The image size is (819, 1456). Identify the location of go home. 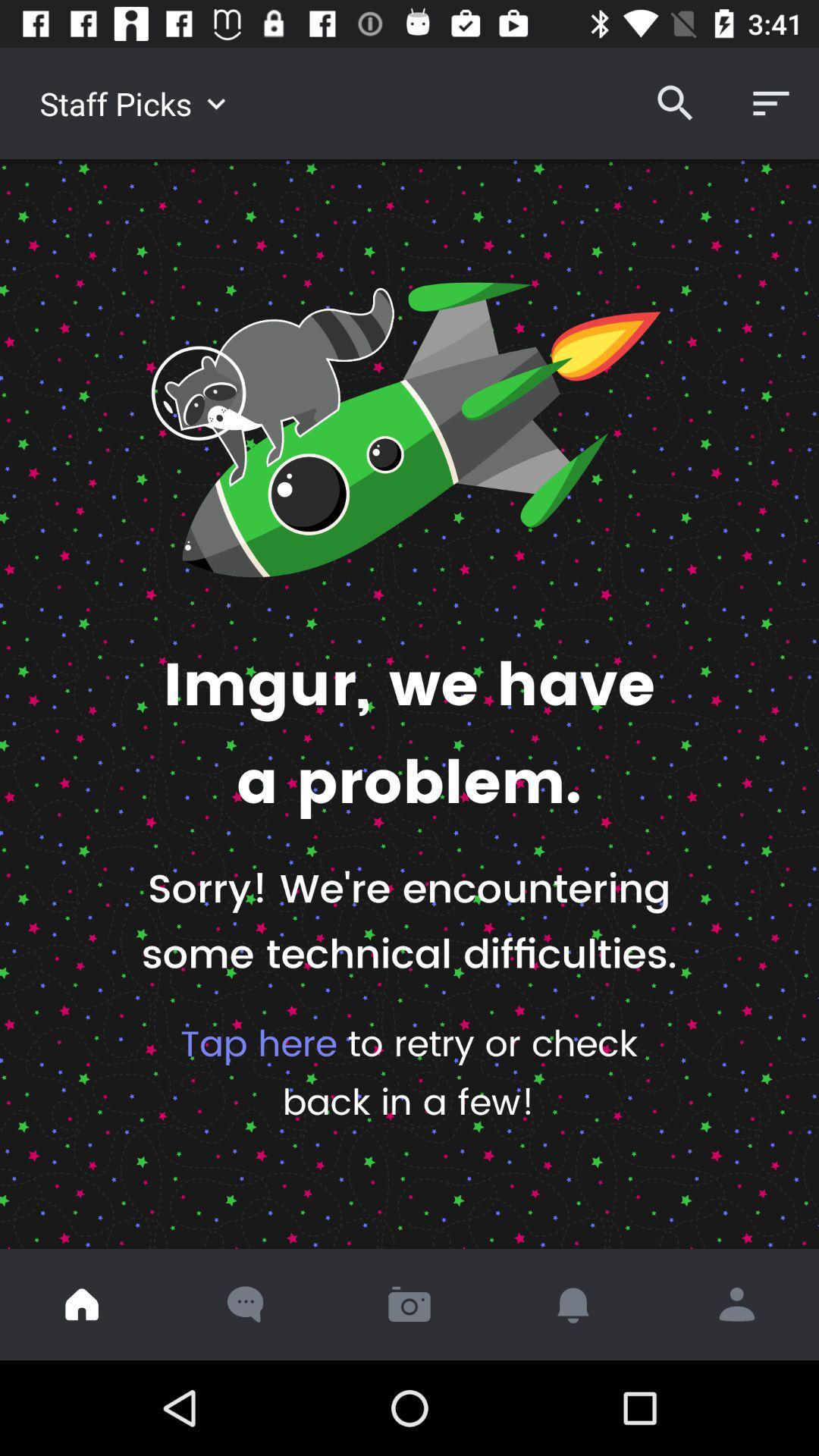
(82, 1304).